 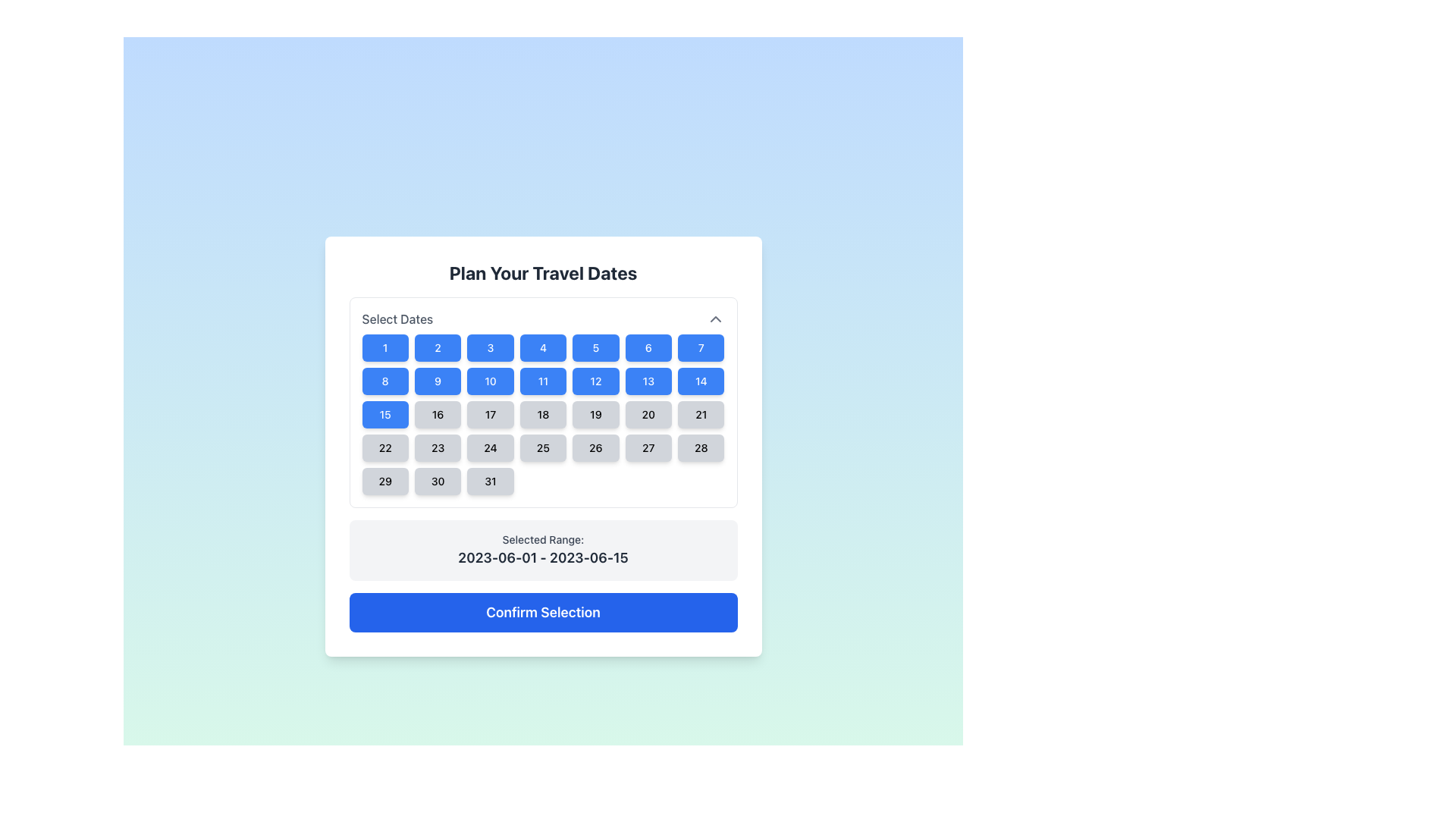 What do you see at coordinates (543, 402) in the screenshot?
I see `the calendar day tile representing the 18th day in the date selection calendar` at bounding box center [543, 402].